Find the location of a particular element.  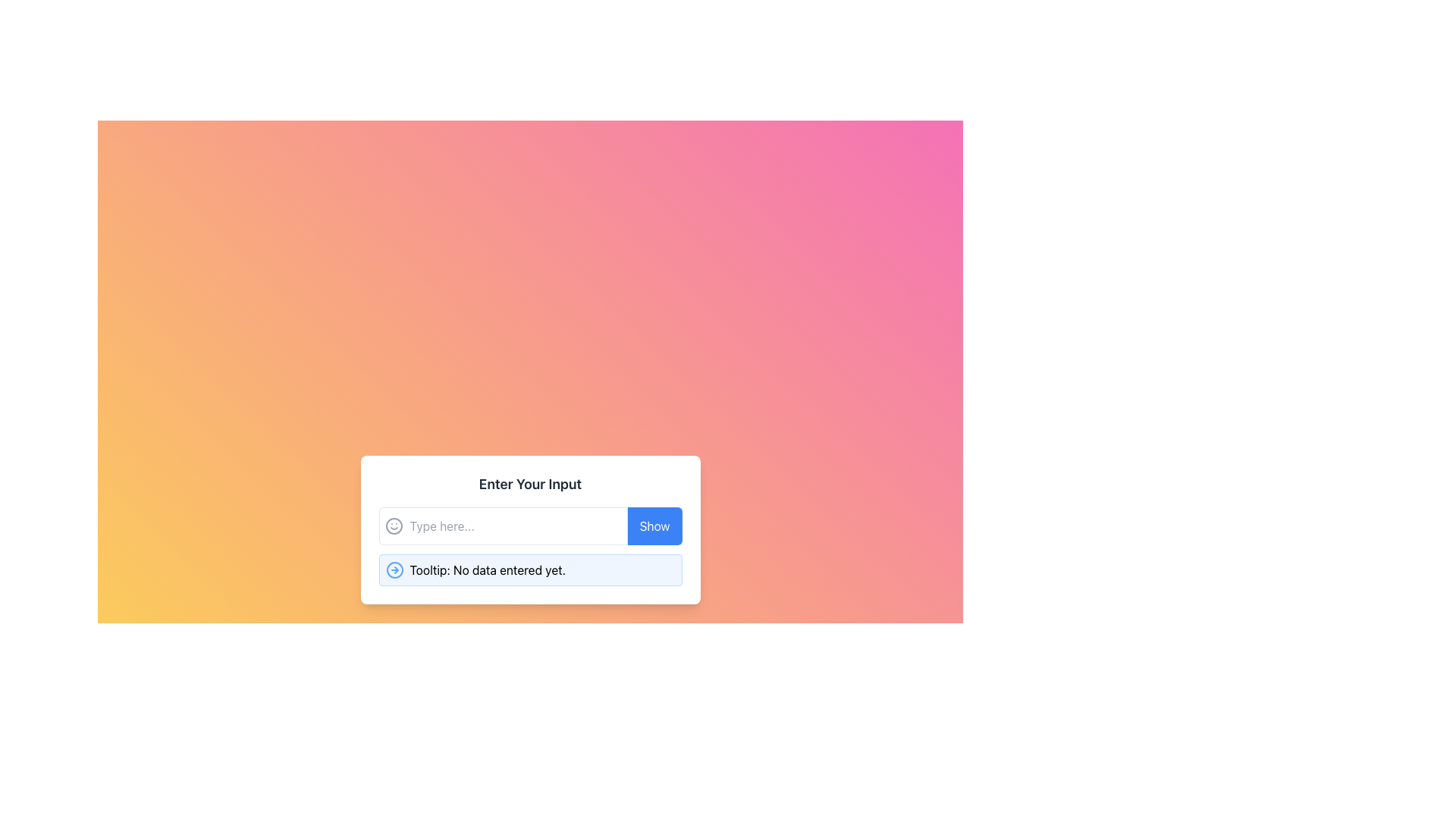

the circular icon featuring a rightward-pointing arrow inside, which is rendered with a blue hue and bordered by a blue circle, located to the left of the tooltip text 'Tooltip: No data entered yet.' is located at coordinates (394, 570).